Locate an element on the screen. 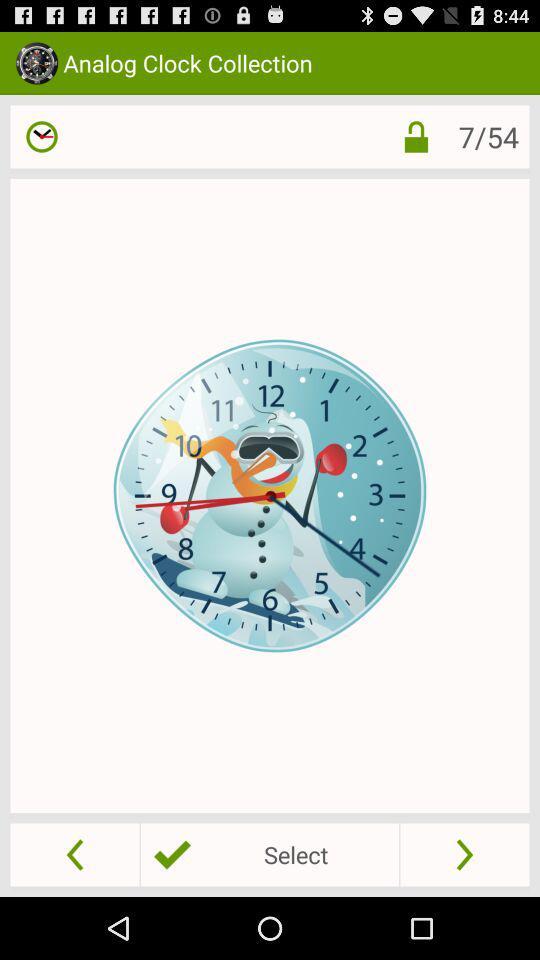 This screenshot has width=540, height=960. next button is located at coordinates (464, 853).